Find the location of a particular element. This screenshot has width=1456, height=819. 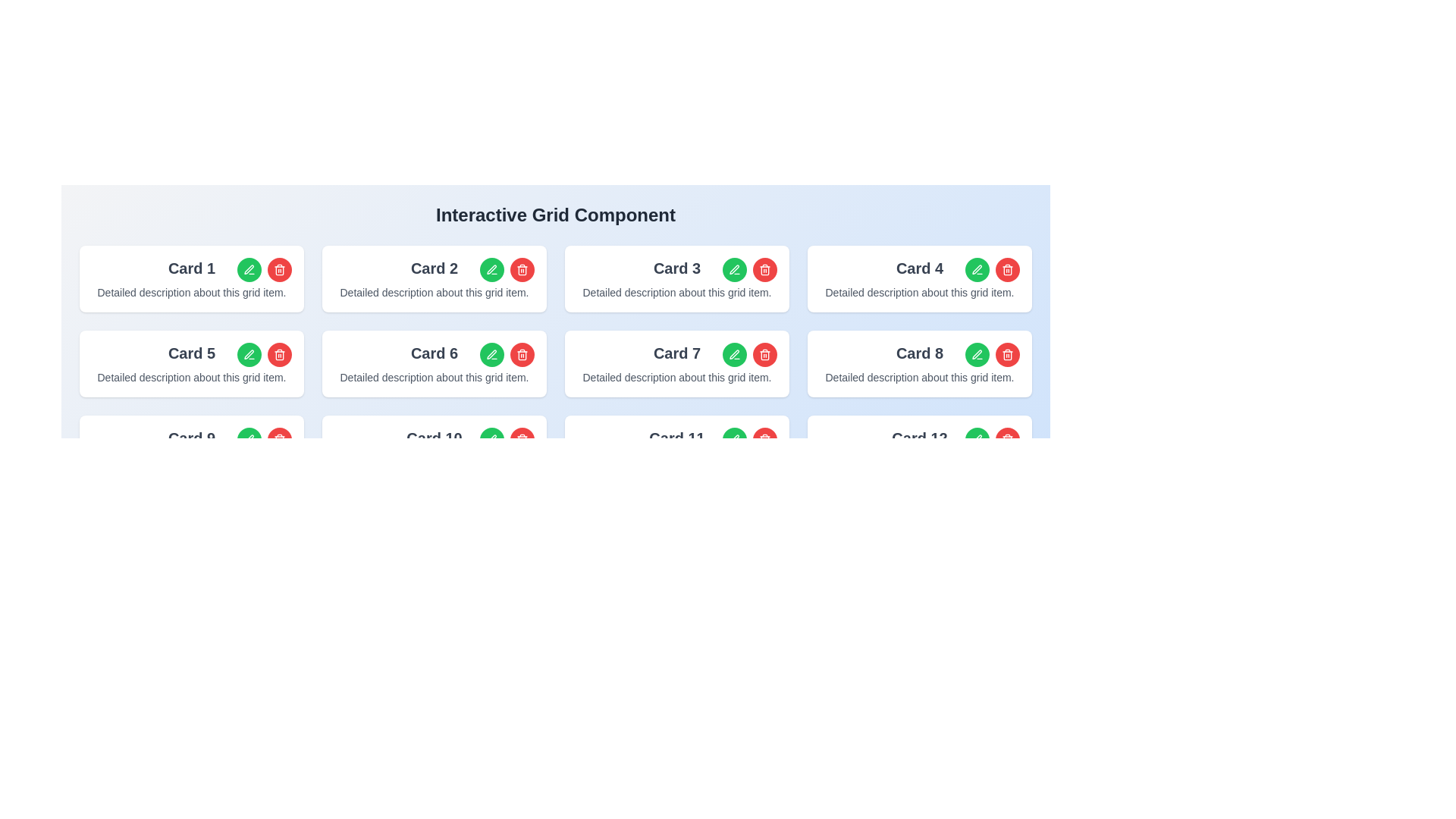

the descriptive text block located under 'Card 8' in the third row of the grid layout is located at coordinates (919, 376).